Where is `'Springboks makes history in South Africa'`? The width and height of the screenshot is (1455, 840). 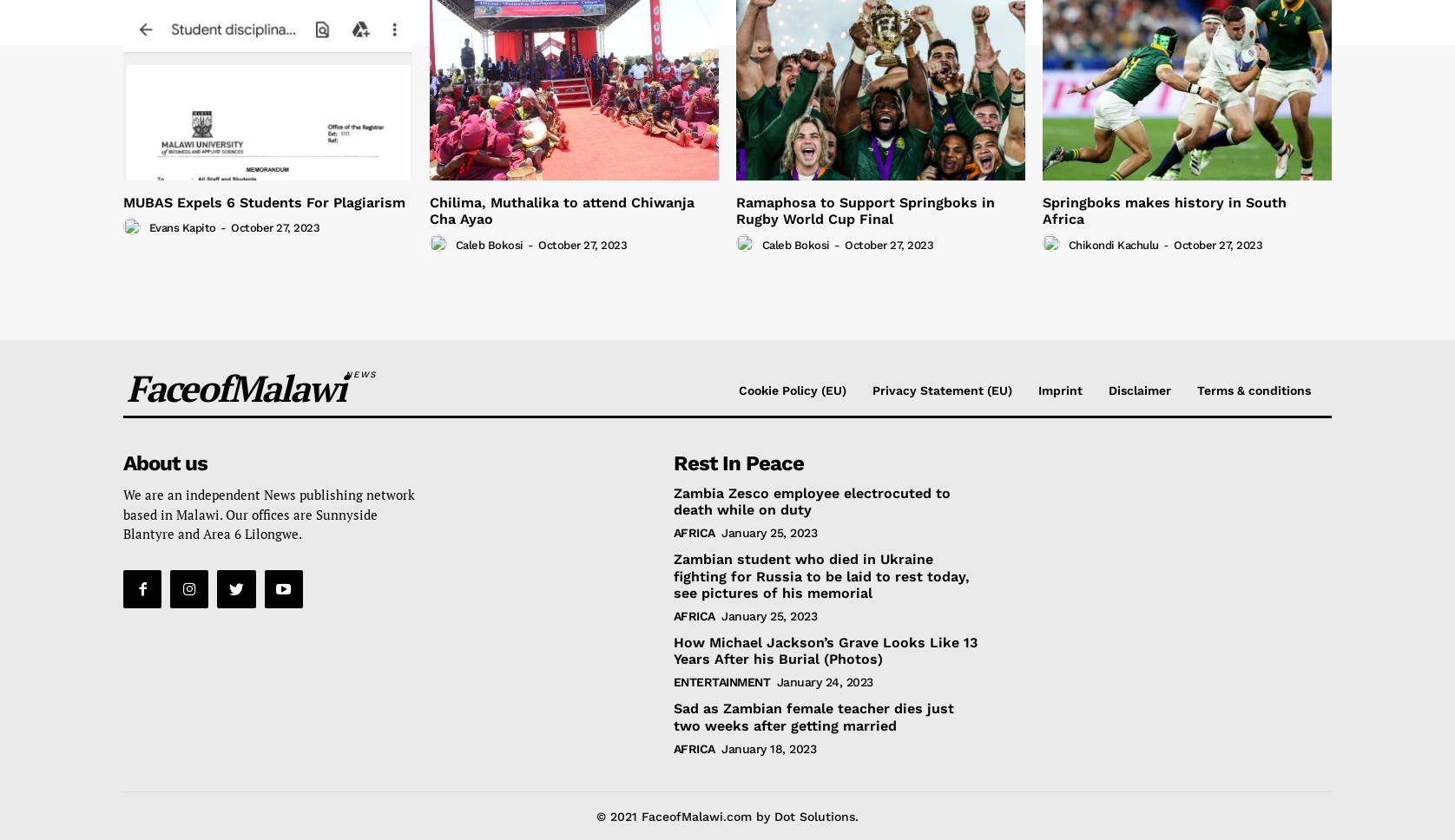 'Springboks makes history in South Africa' is located at coordinates (1164, 210).